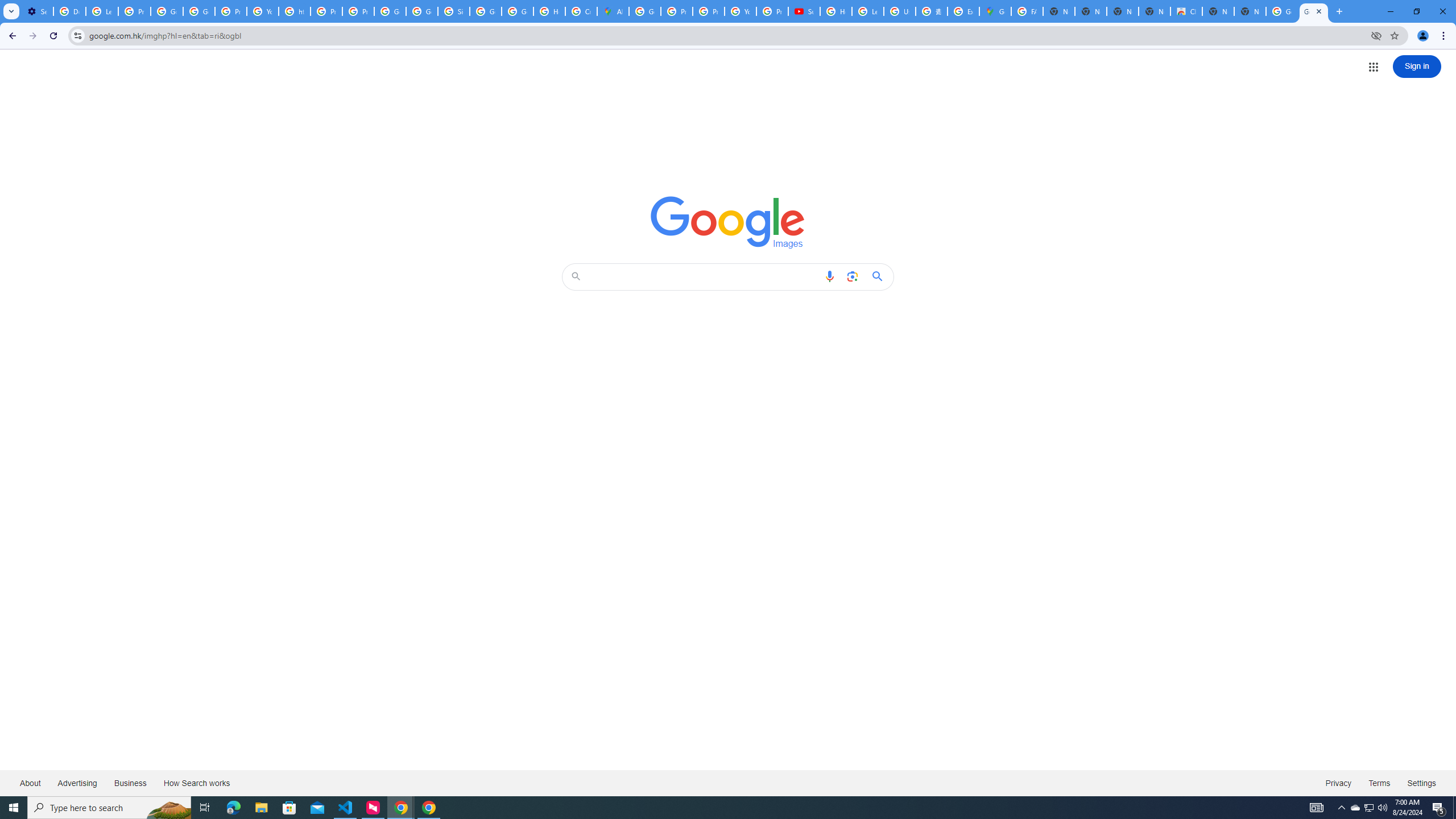 Image resolution: width=1456 pixels, height=819 pixels. Describe the element at coordinates (167, 11) in the screenshot. I see `'Google Account Help'` at that location.